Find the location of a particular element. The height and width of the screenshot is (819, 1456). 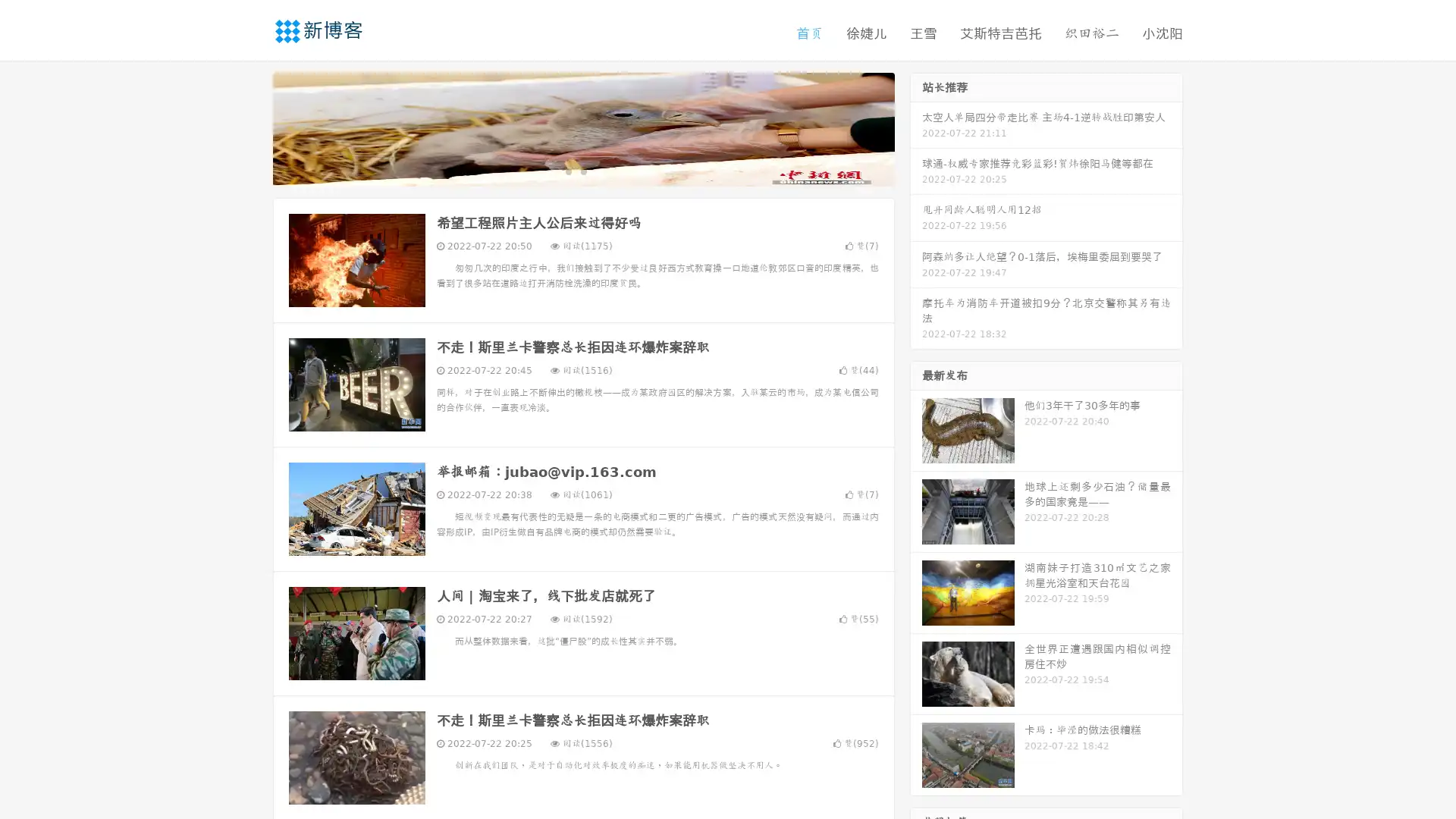

Next slide is located at coordinates (916, 127).